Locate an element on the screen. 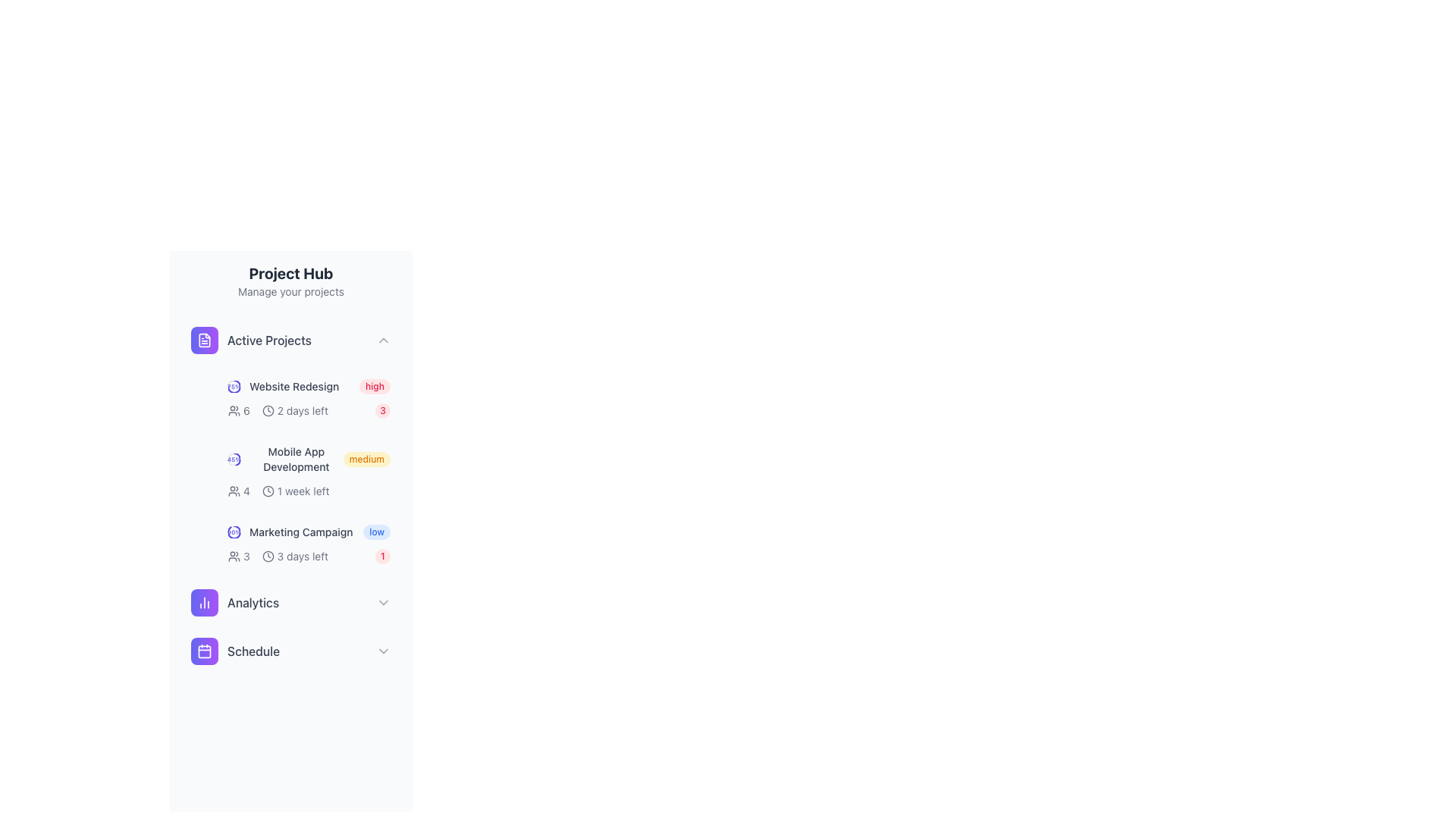  the button that serves as the entry point for the 'Analytics' section in the 'Project Hub' sidebar menu, located to the left of the 'Analytics' text label is located at coordinates (203, 601).